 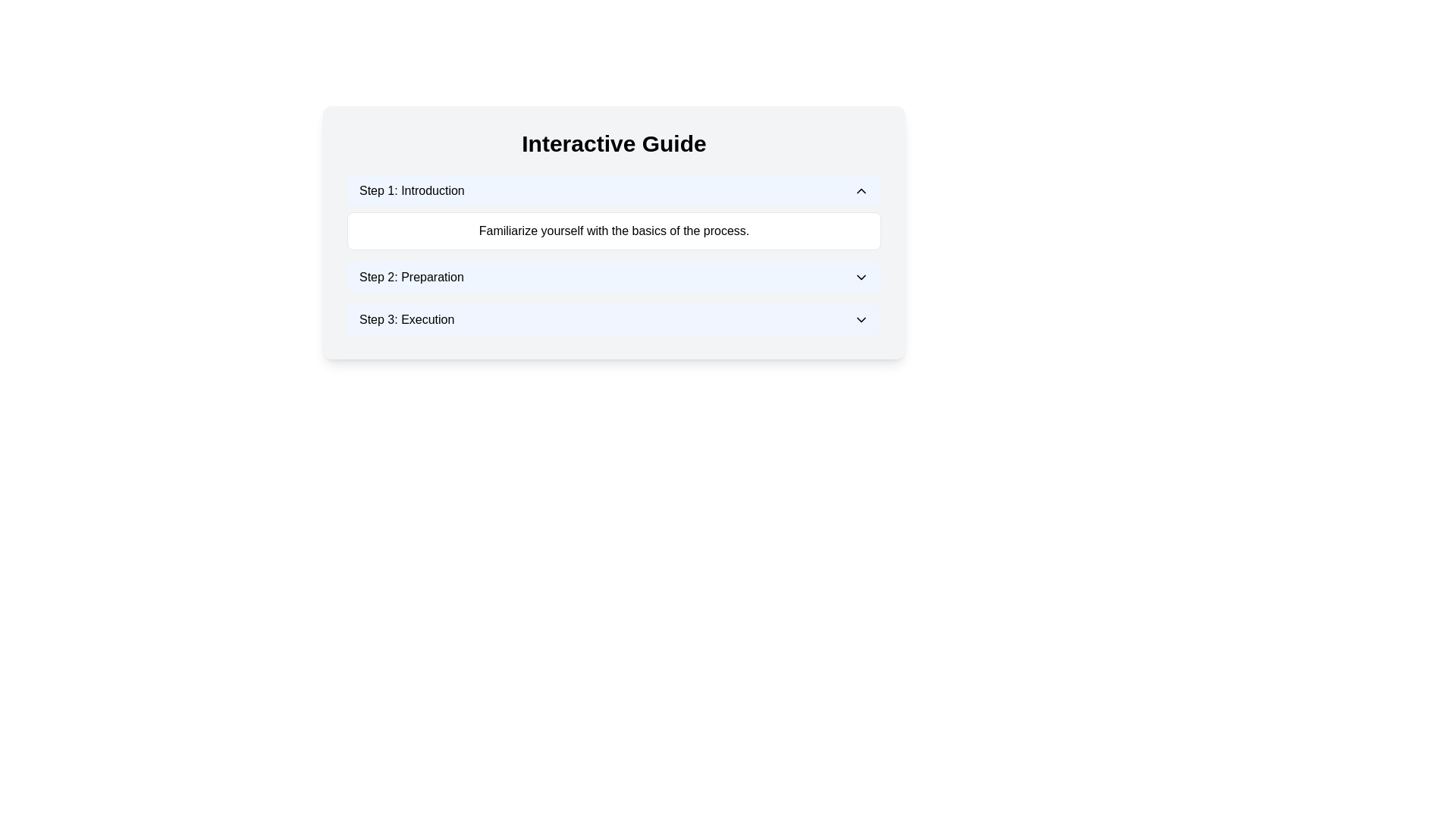 What do you see at coordinates (861, 318) in the screenshot?
I see `the small downward-pointing chevron icon that indicates the dropdown for 'Step 3: Execution'` at bounding box center [861, 318].